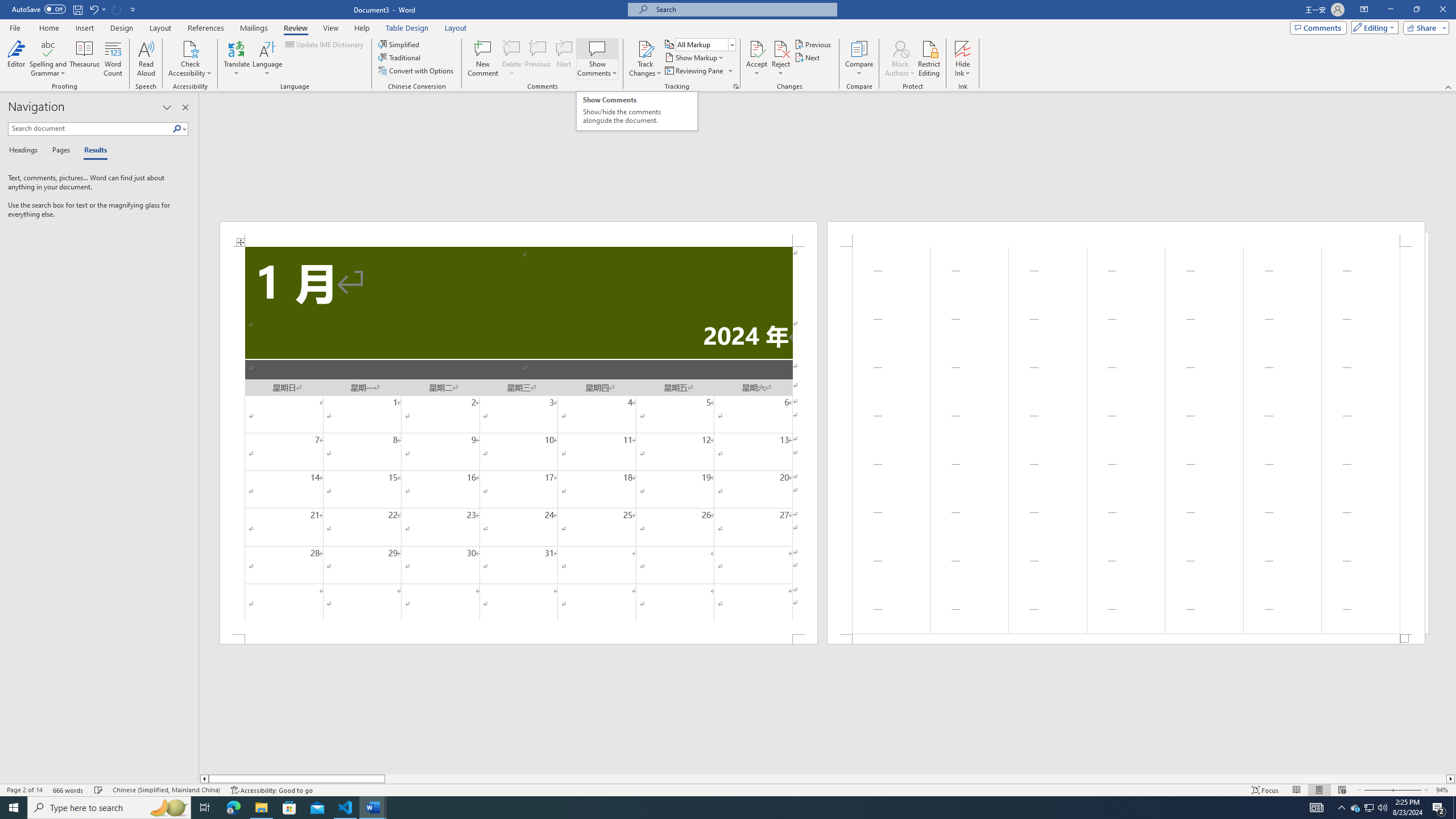 This screenshot has height=819, width=1456. What do you see at coordinates (325, 44) in the screenshot?
I see `'Update IME Dictionary...'` at bounding box center [325, 44].